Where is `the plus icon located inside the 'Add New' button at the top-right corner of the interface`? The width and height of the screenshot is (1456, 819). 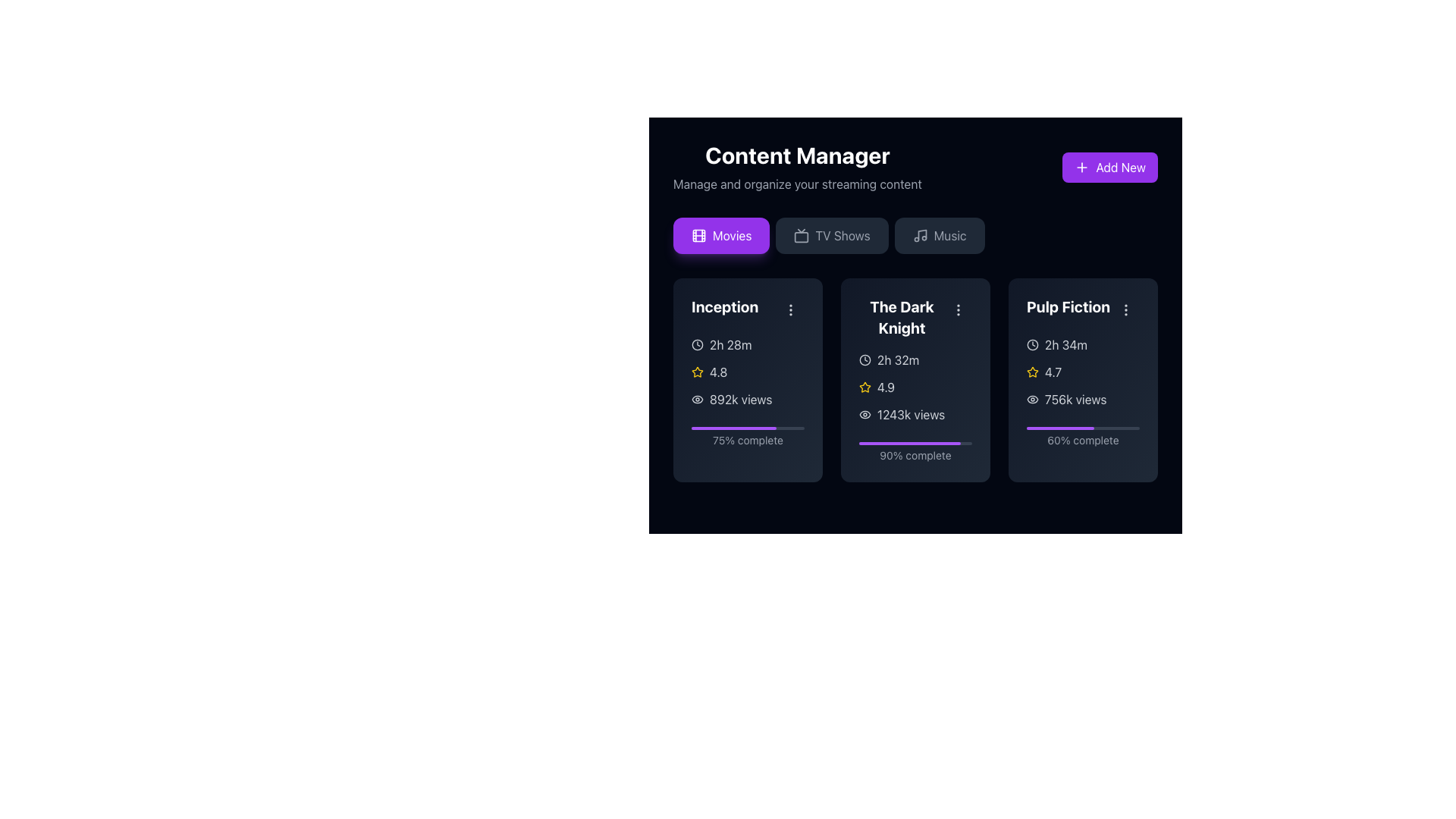
the plus icon located inside the 'Add New' button at the top-right corner of the interface is located at coordinates (1081, 167).